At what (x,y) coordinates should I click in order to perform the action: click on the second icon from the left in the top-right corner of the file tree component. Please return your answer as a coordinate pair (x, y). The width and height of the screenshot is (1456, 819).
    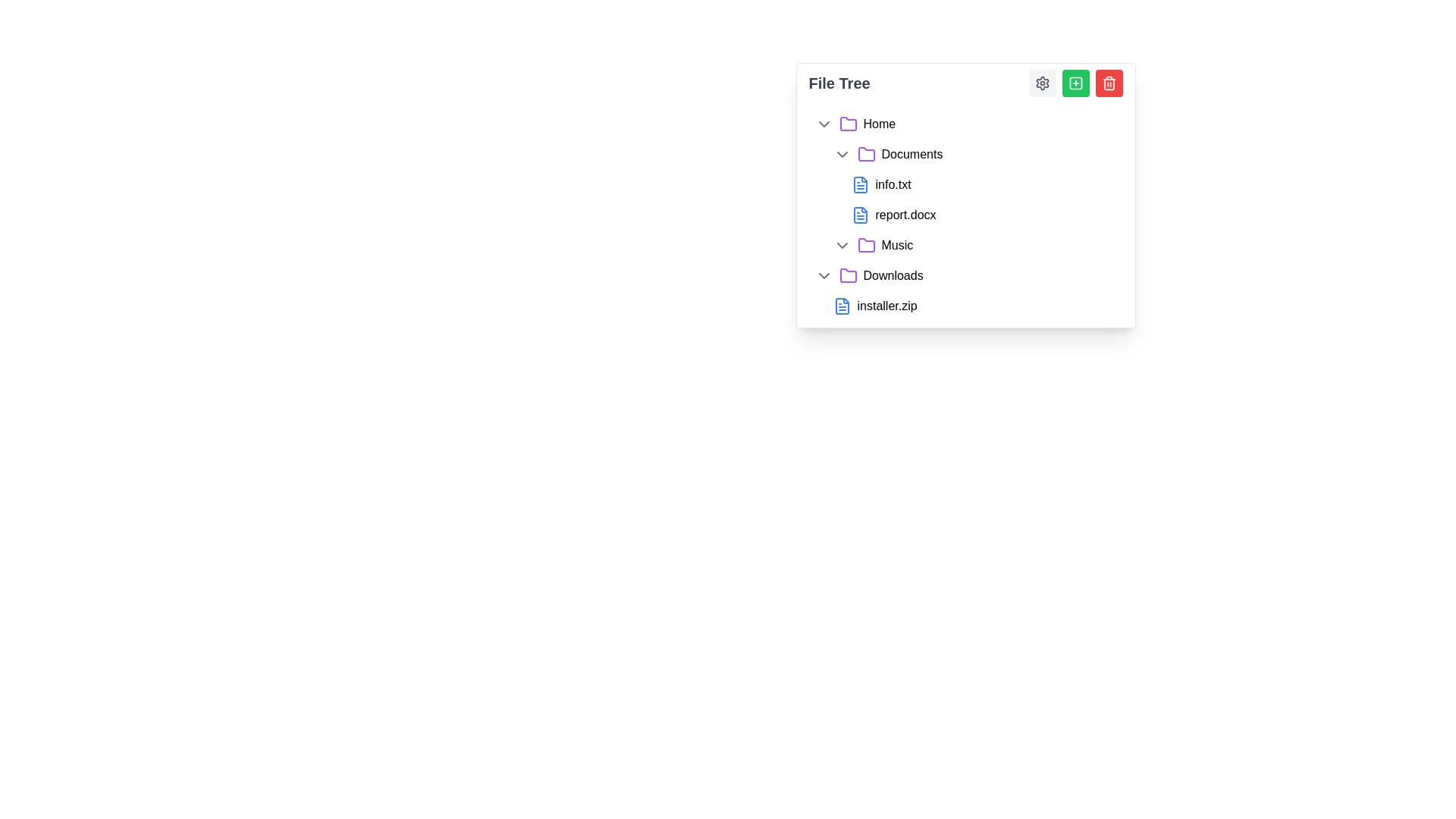
    Looking at the image, I should click on (1075, 83).